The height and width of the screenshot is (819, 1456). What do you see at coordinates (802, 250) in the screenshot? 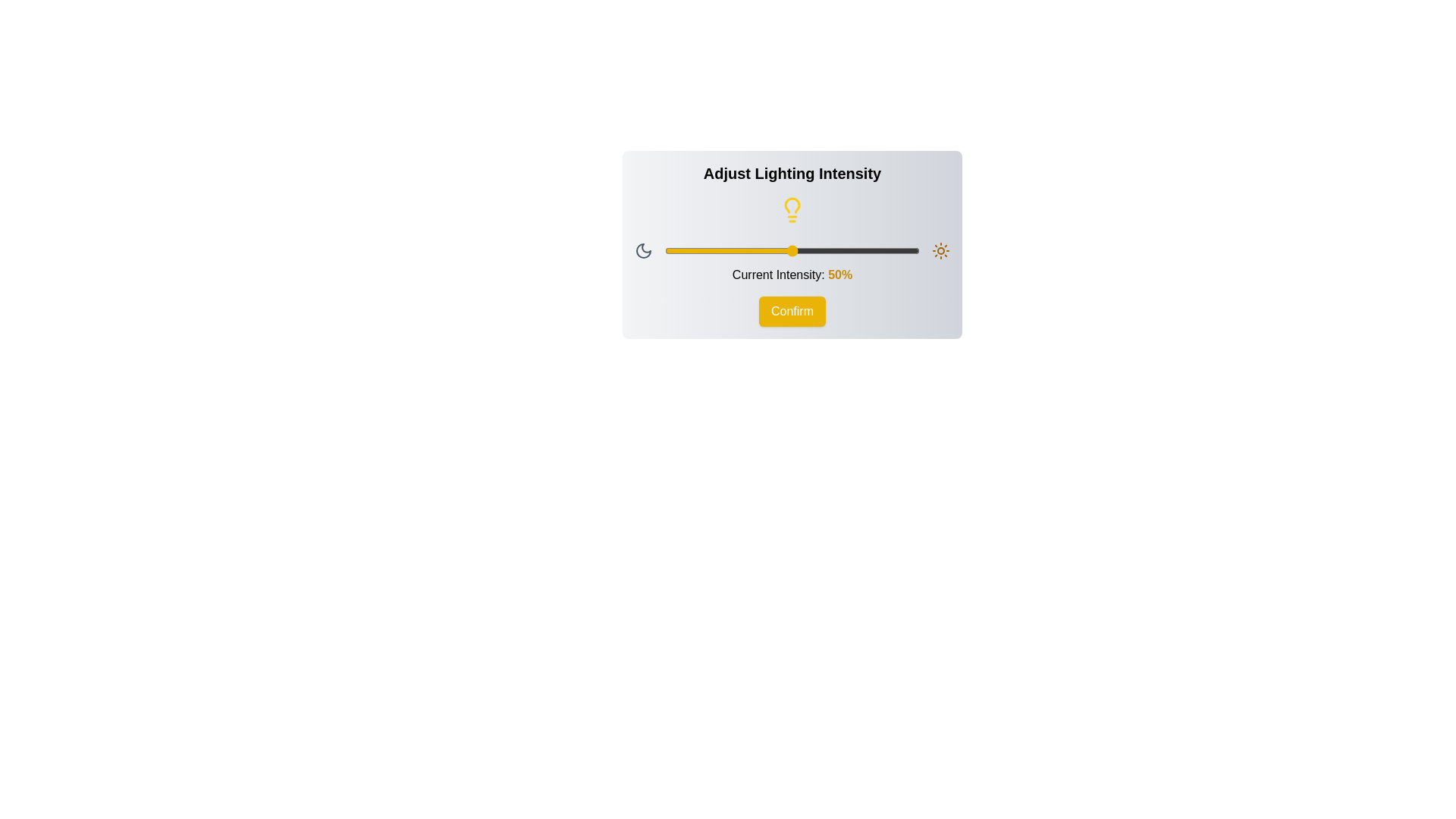
I see `the lighting intensity to 54% using the slider` at bounding box center [802, 250].